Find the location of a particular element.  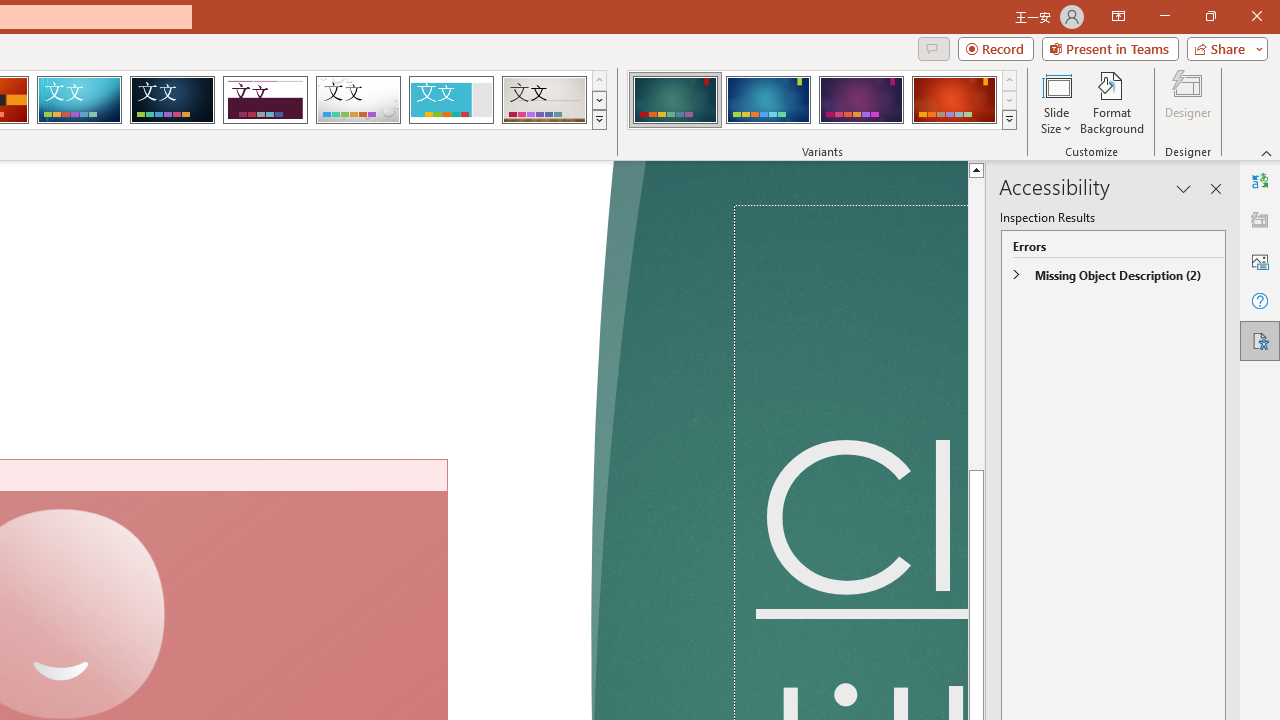

'Task Pane Options' is located at coordinates (1184, 189).